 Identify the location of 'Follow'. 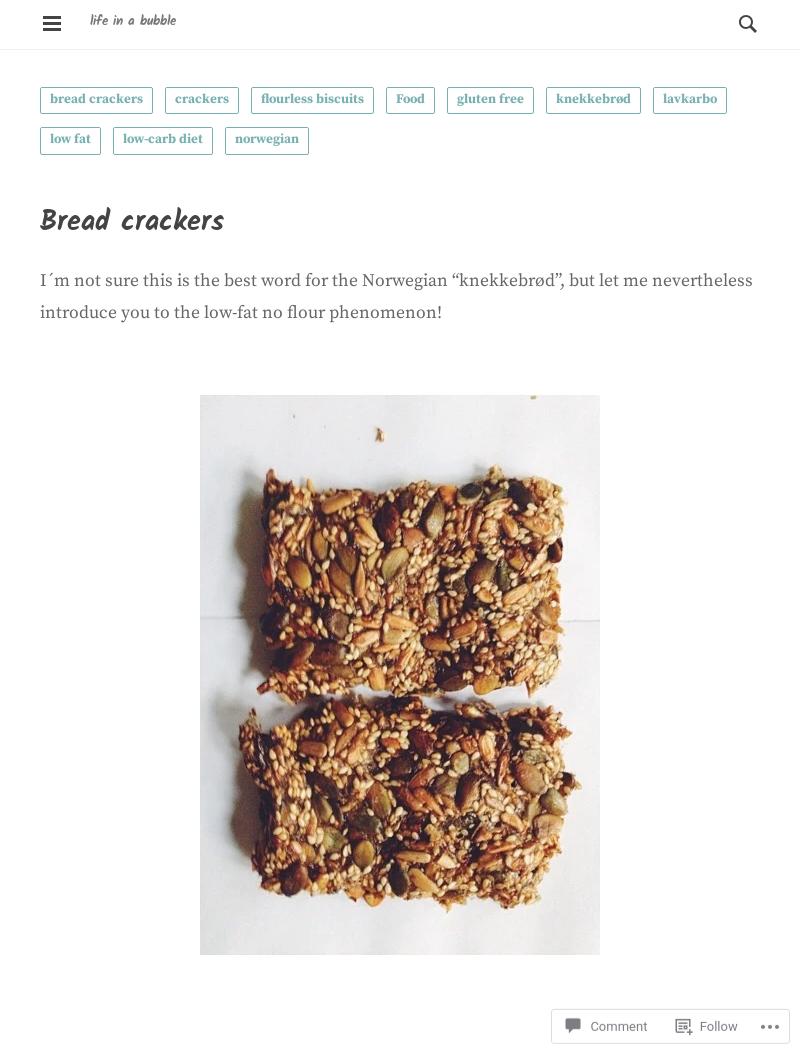
(717, 972).